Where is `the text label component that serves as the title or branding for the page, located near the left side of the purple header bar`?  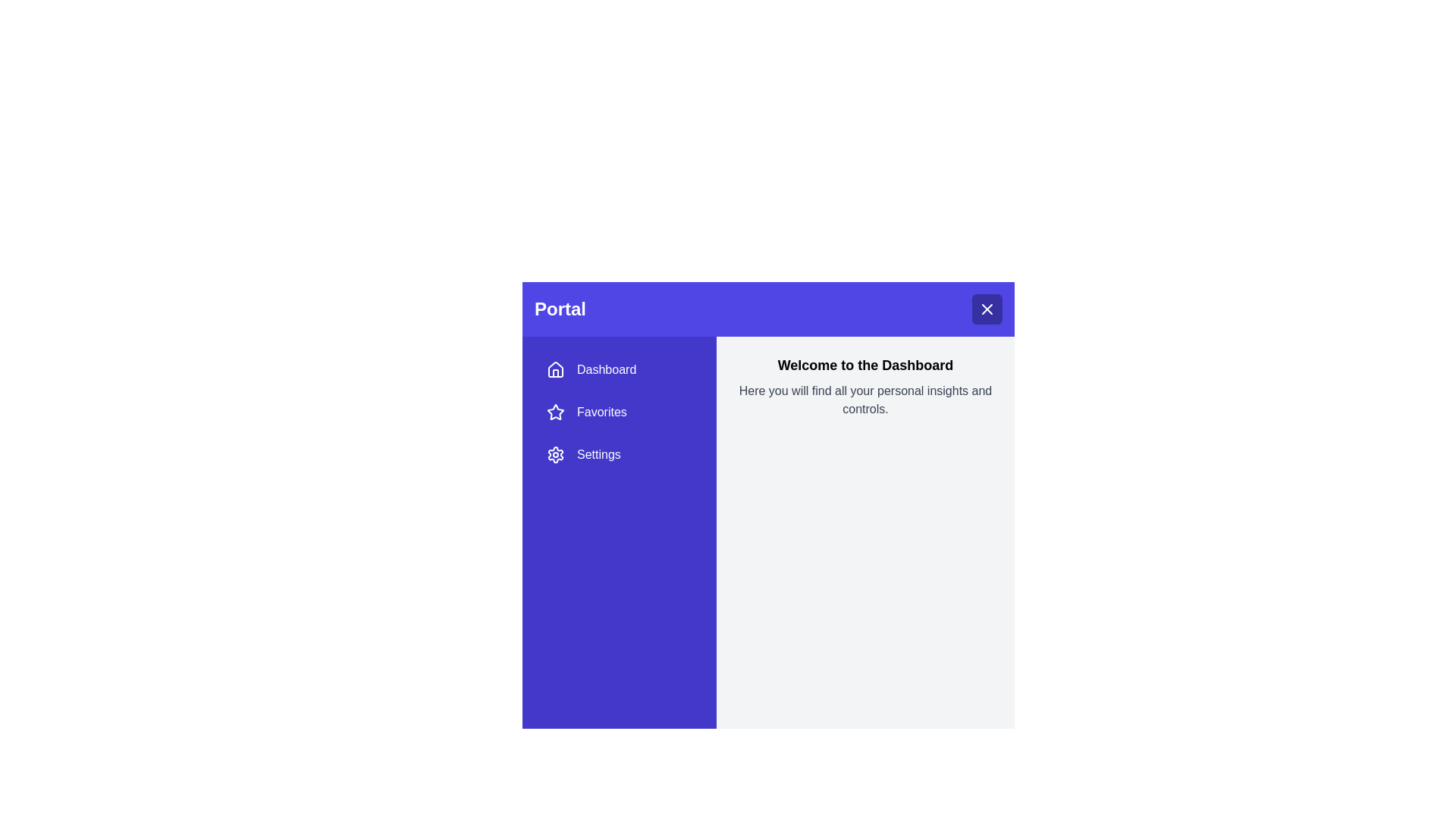
the text label component that serves as the title or branding for the page, located near the left side of the purple header bar is located at coordinates (560, 309).